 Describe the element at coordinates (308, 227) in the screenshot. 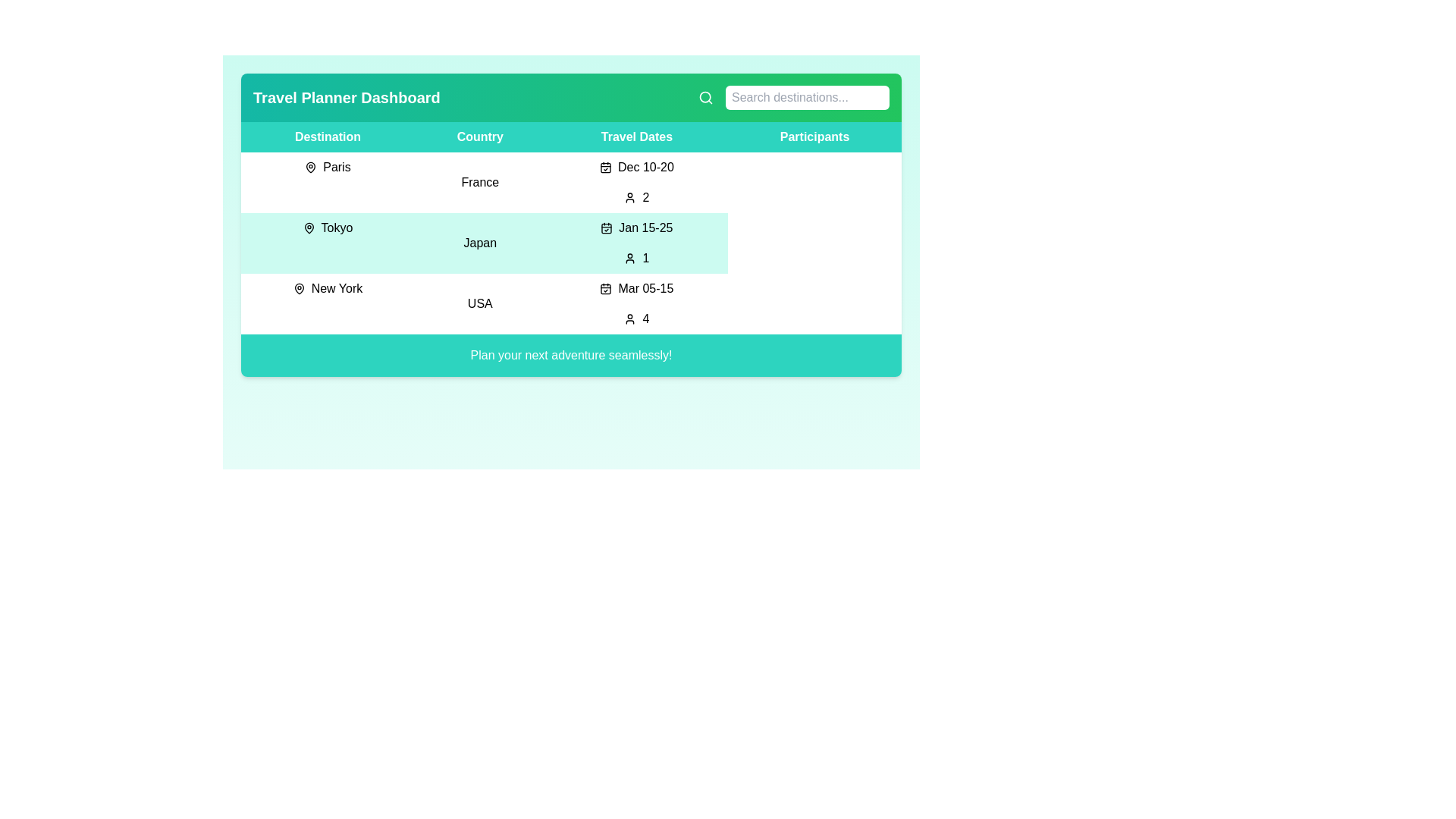

I see `the geographical location icon representing 'Tokyo' in the 'Destination' column, located in the second row of the table` at that location.